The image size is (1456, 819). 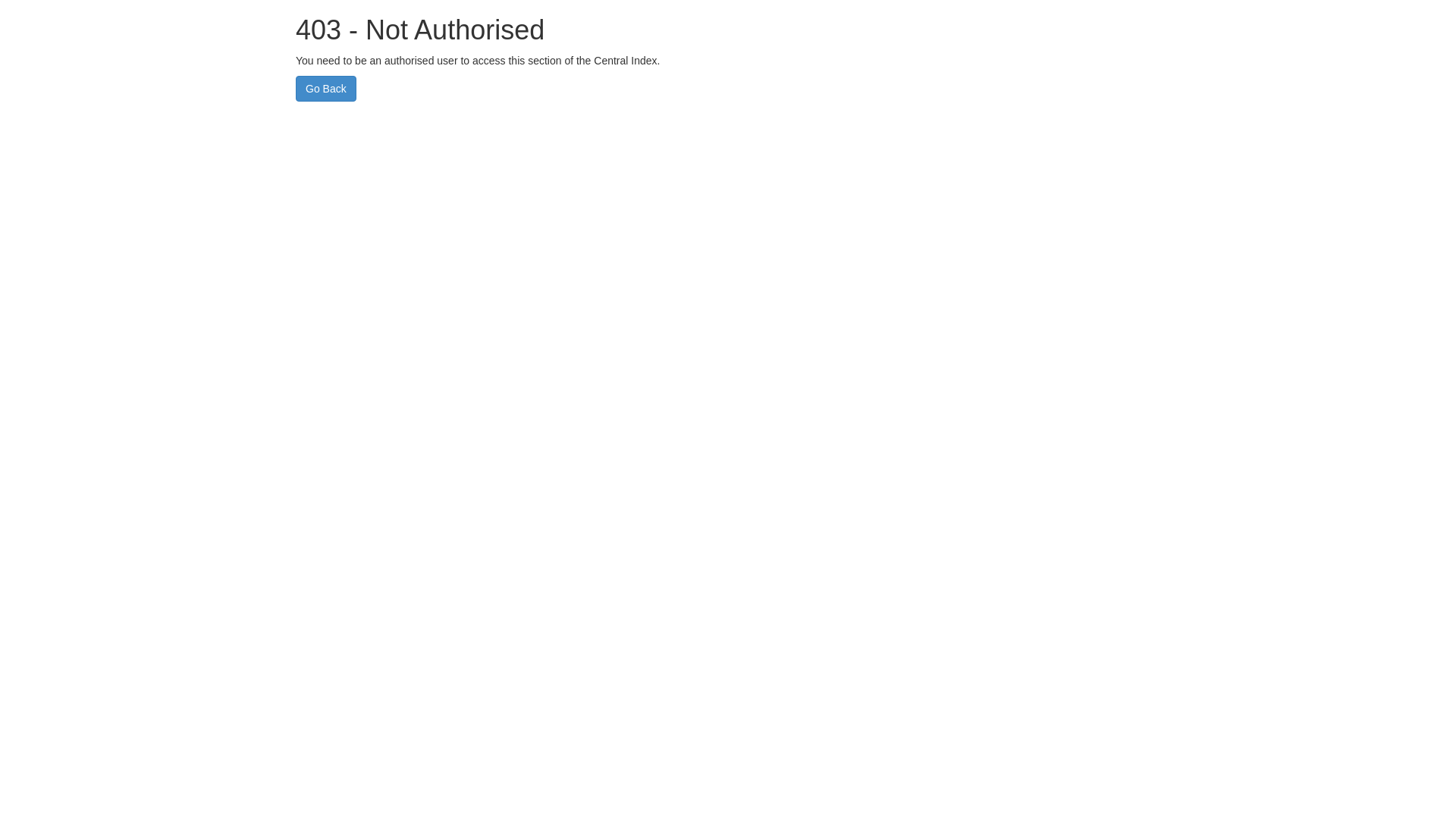 What do you see at coordinates (325, 88) in the screenshot?
I see `'Go Back'` at bounding box center [325, 88].